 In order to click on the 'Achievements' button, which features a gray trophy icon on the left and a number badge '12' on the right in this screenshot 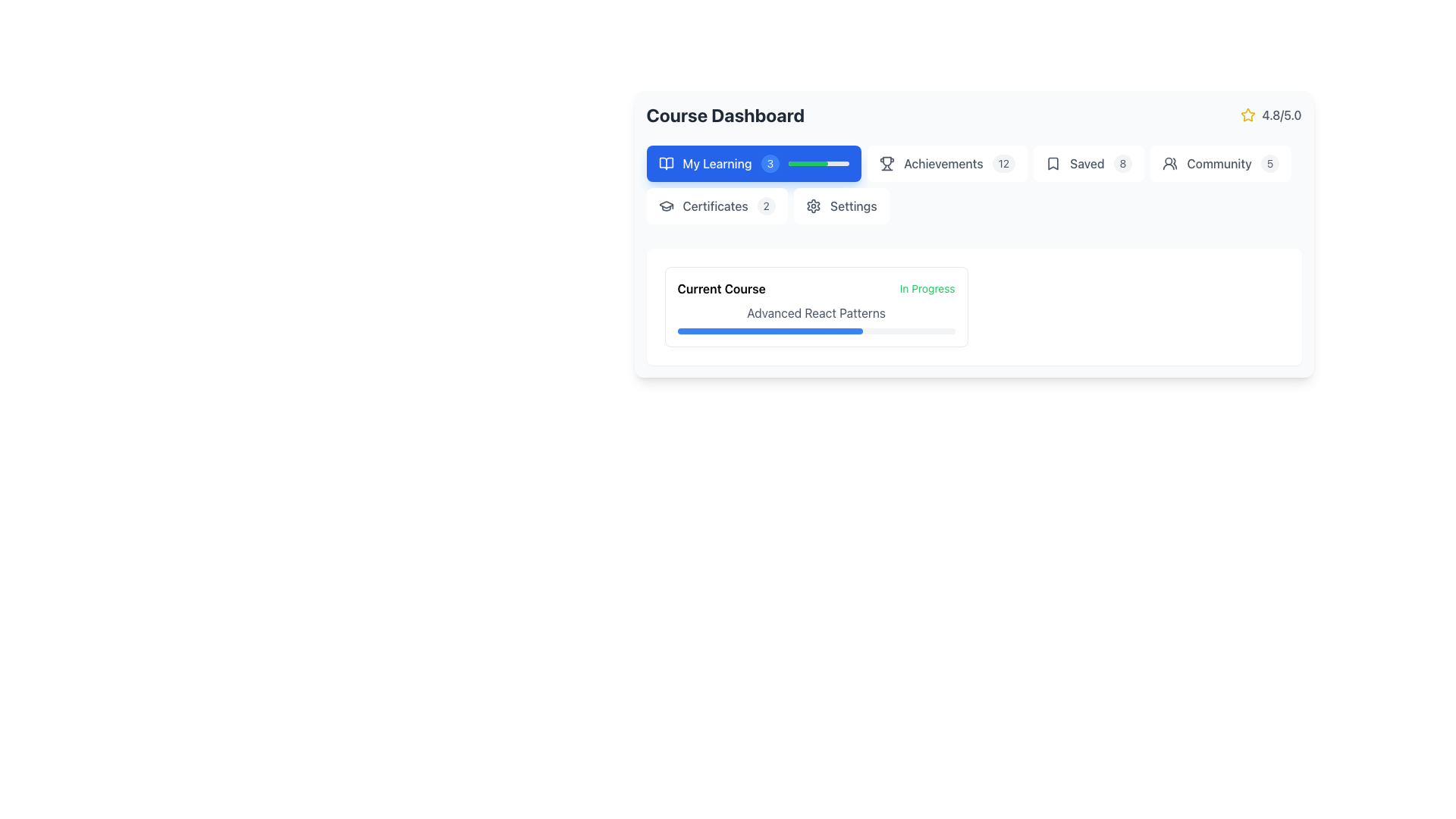, I will do `click(946, 164)`.